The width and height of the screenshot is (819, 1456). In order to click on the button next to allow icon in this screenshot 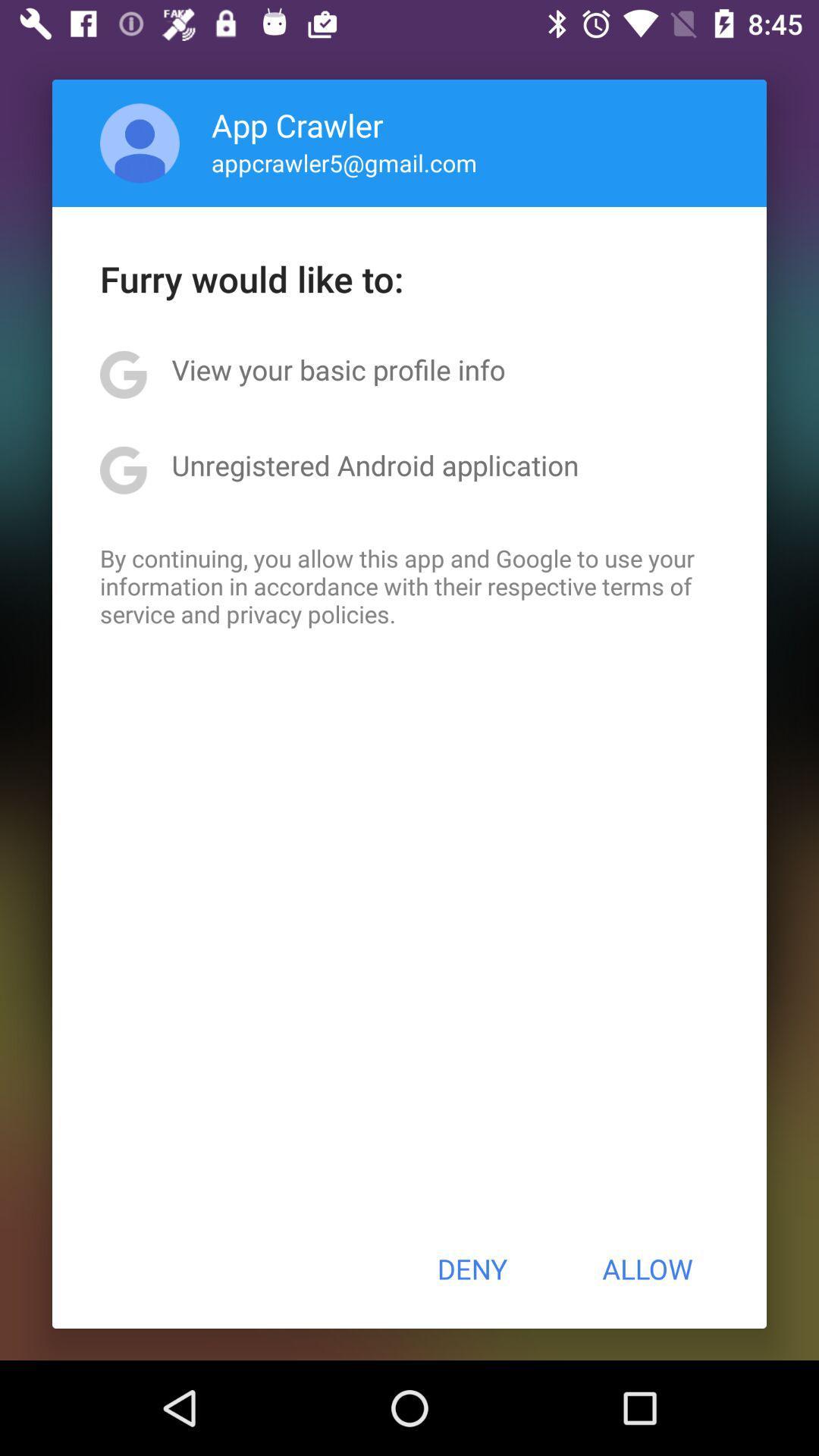, I will do `click(471, 1269)`.